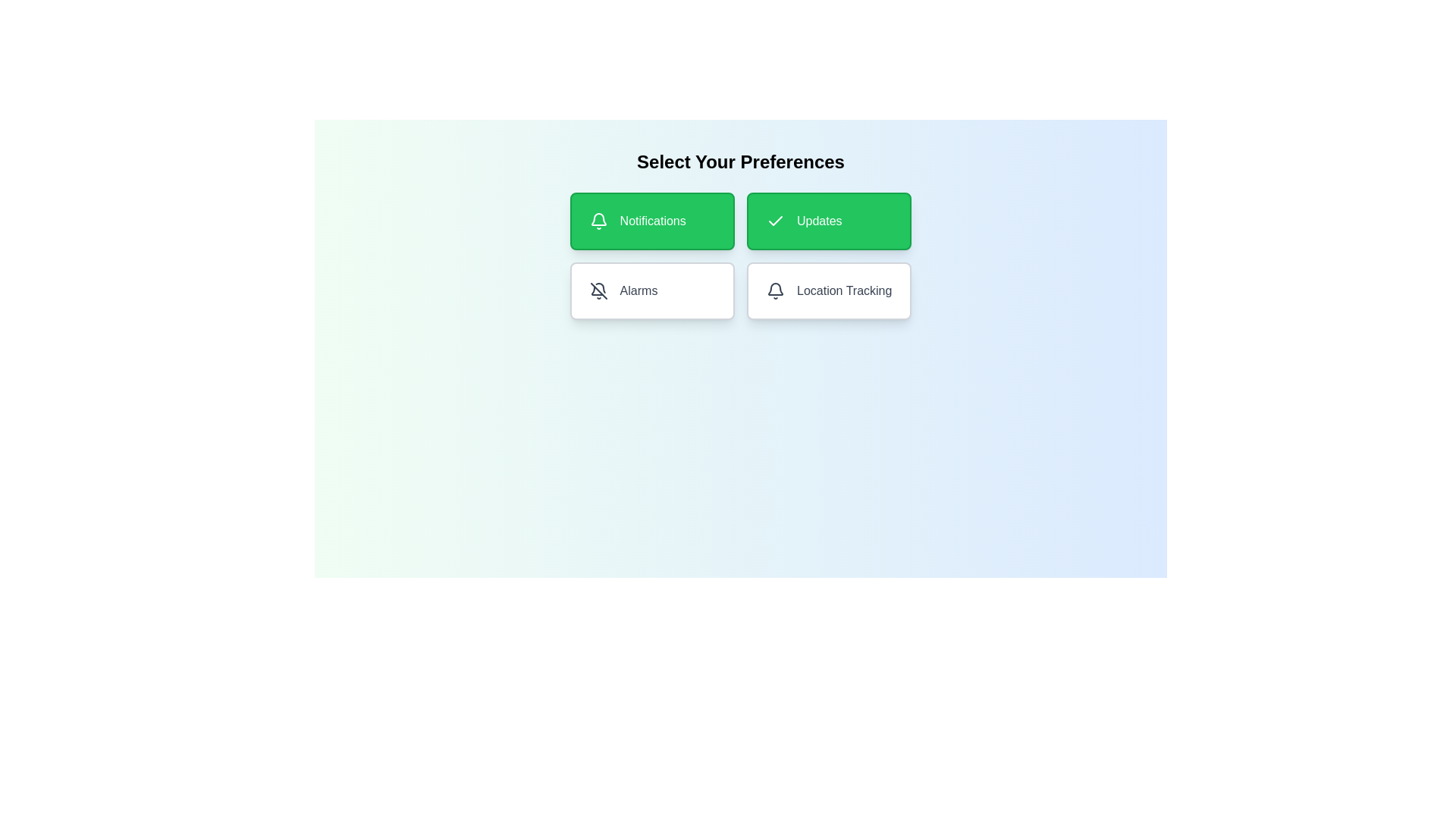 This screenshot has height=819, width=1456. What do you see at coordinates (651, 291) in the screenshot?
I see `the button labeled Alarms to observe its hover effect` at bounding box center [651, 291].